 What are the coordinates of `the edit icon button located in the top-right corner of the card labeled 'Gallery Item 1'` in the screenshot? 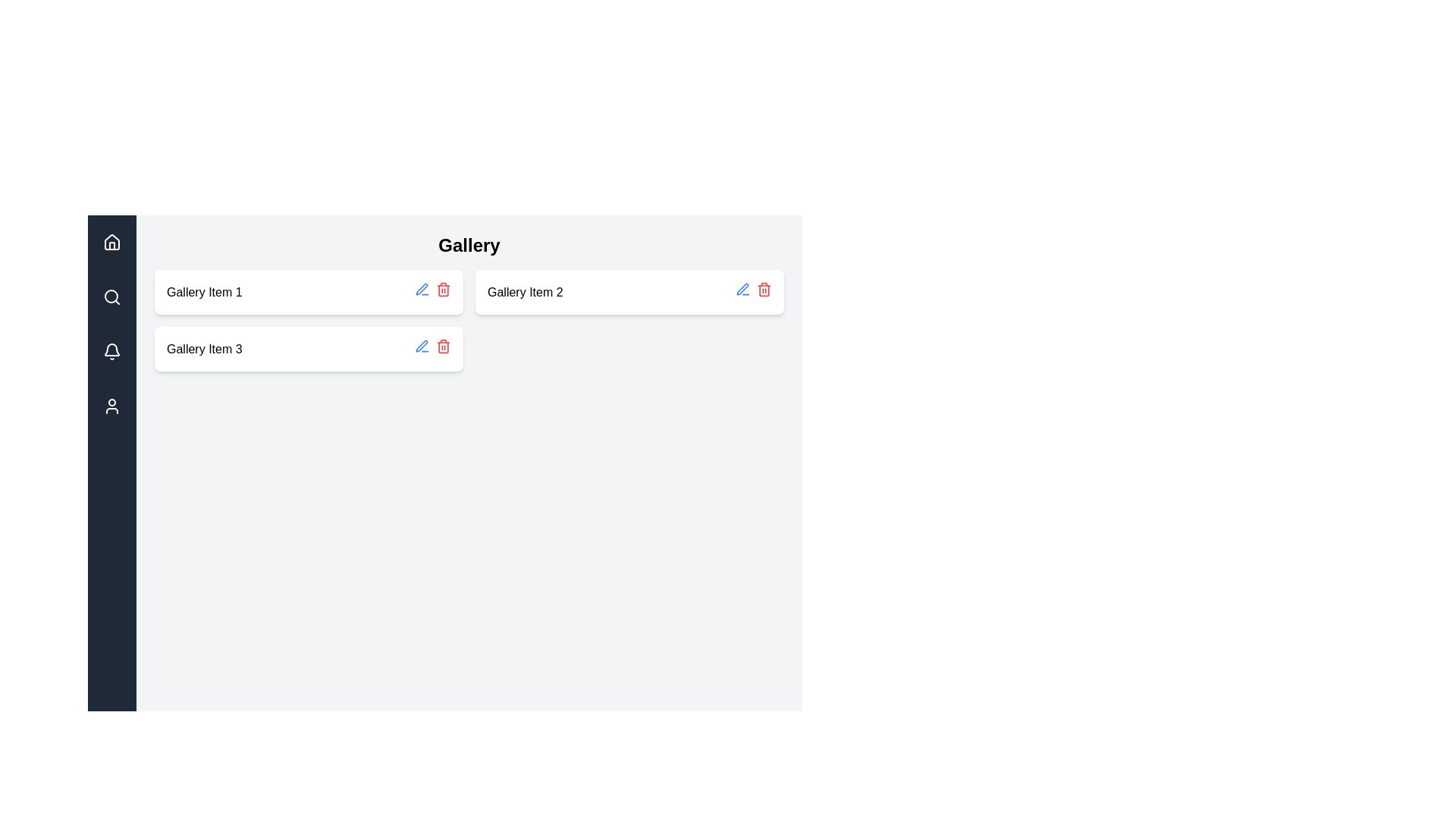 It's located at (422, 346).